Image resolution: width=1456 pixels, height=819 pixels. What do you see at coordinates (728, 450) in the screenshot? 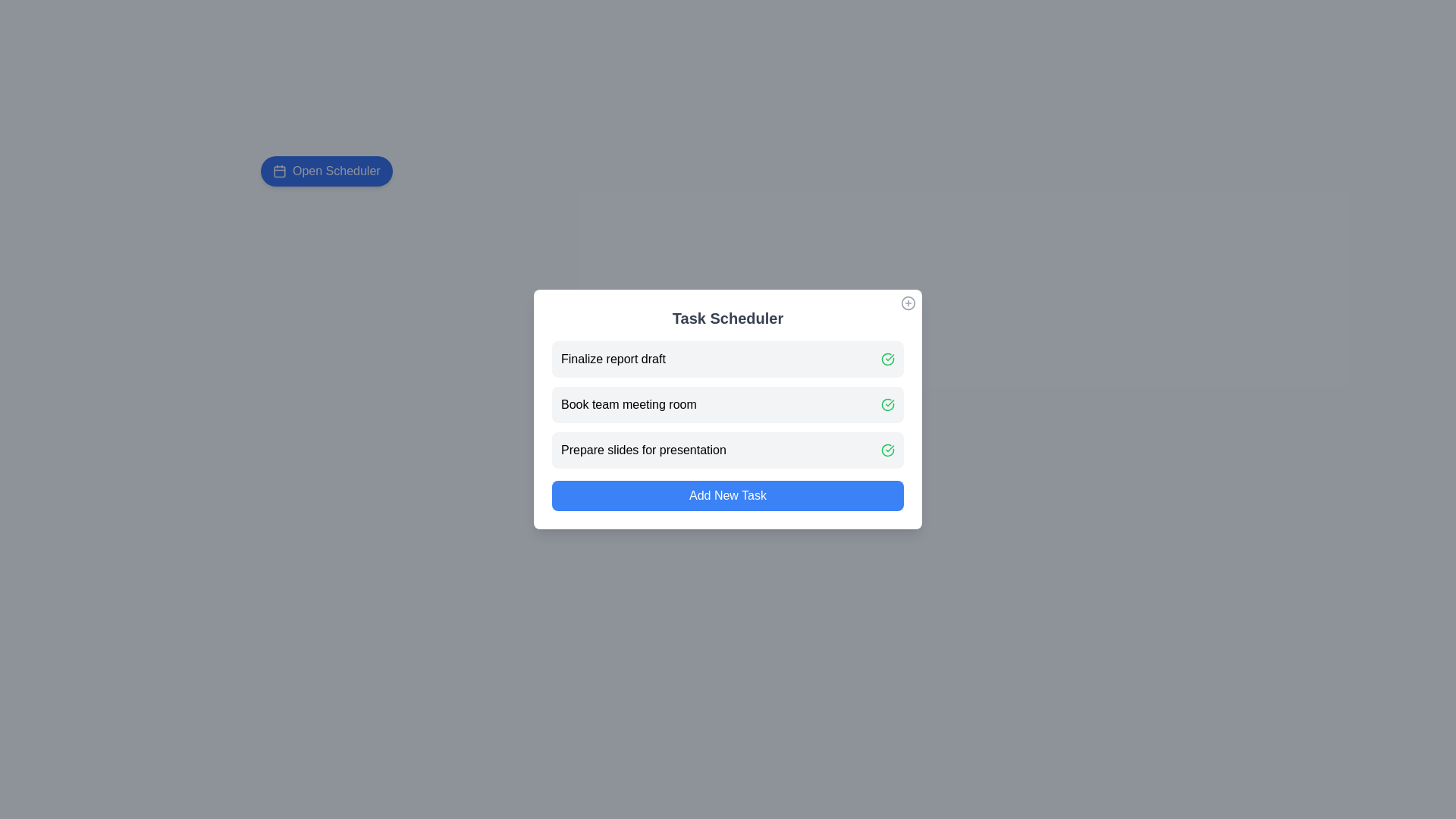
I see `the task labeled 'Prepare slides for presentation' in the task scheduler` at bounding box center [728, 450].